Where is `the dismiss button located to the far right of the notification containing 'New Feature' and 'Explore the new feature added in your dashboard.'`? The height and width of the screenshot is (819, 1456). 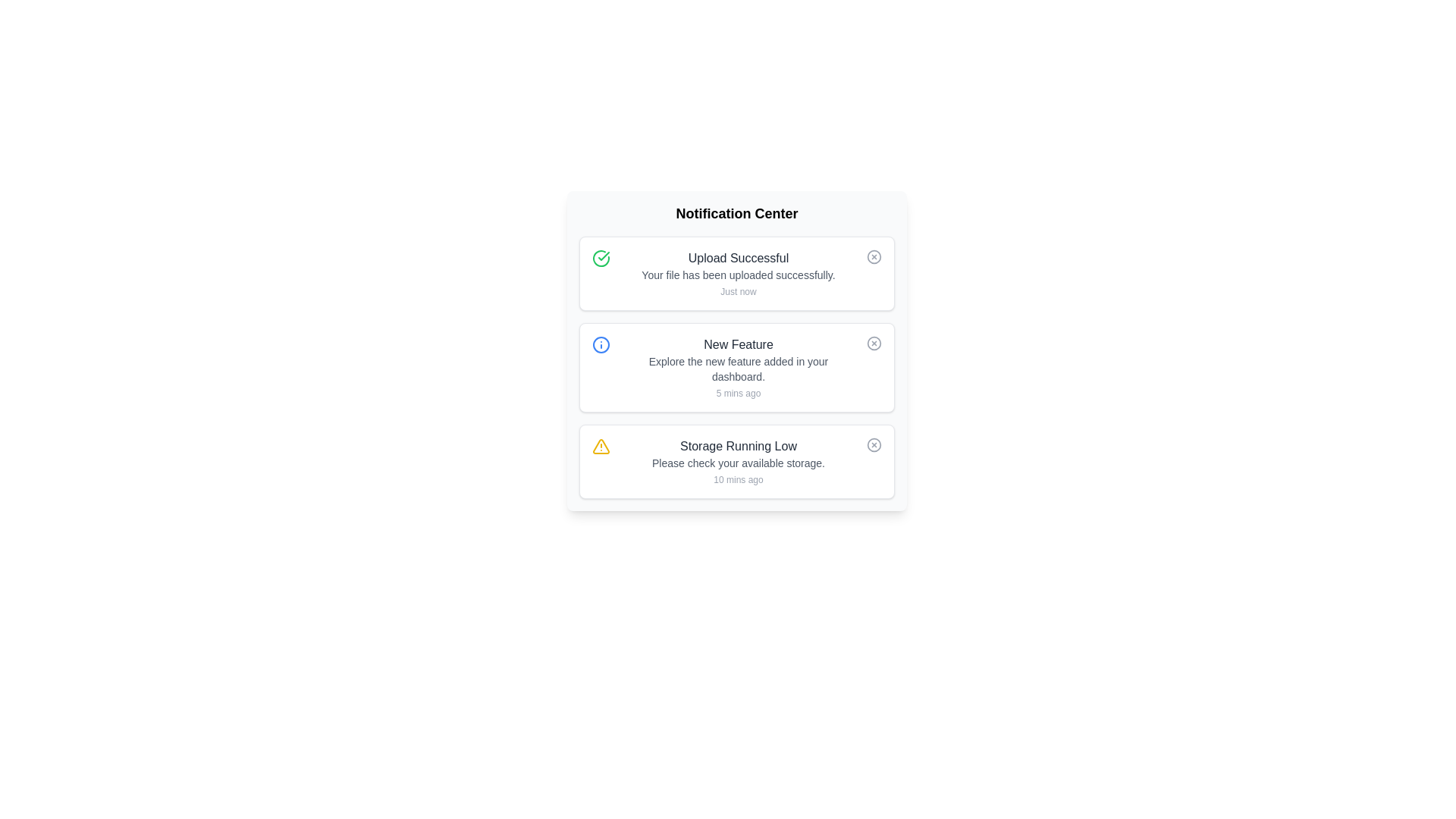
the dismiss button located to the far right of the notification containing 'New Feature' and 'Explore the new feature added in your dashboard.' is located at coordinates (874, 343).